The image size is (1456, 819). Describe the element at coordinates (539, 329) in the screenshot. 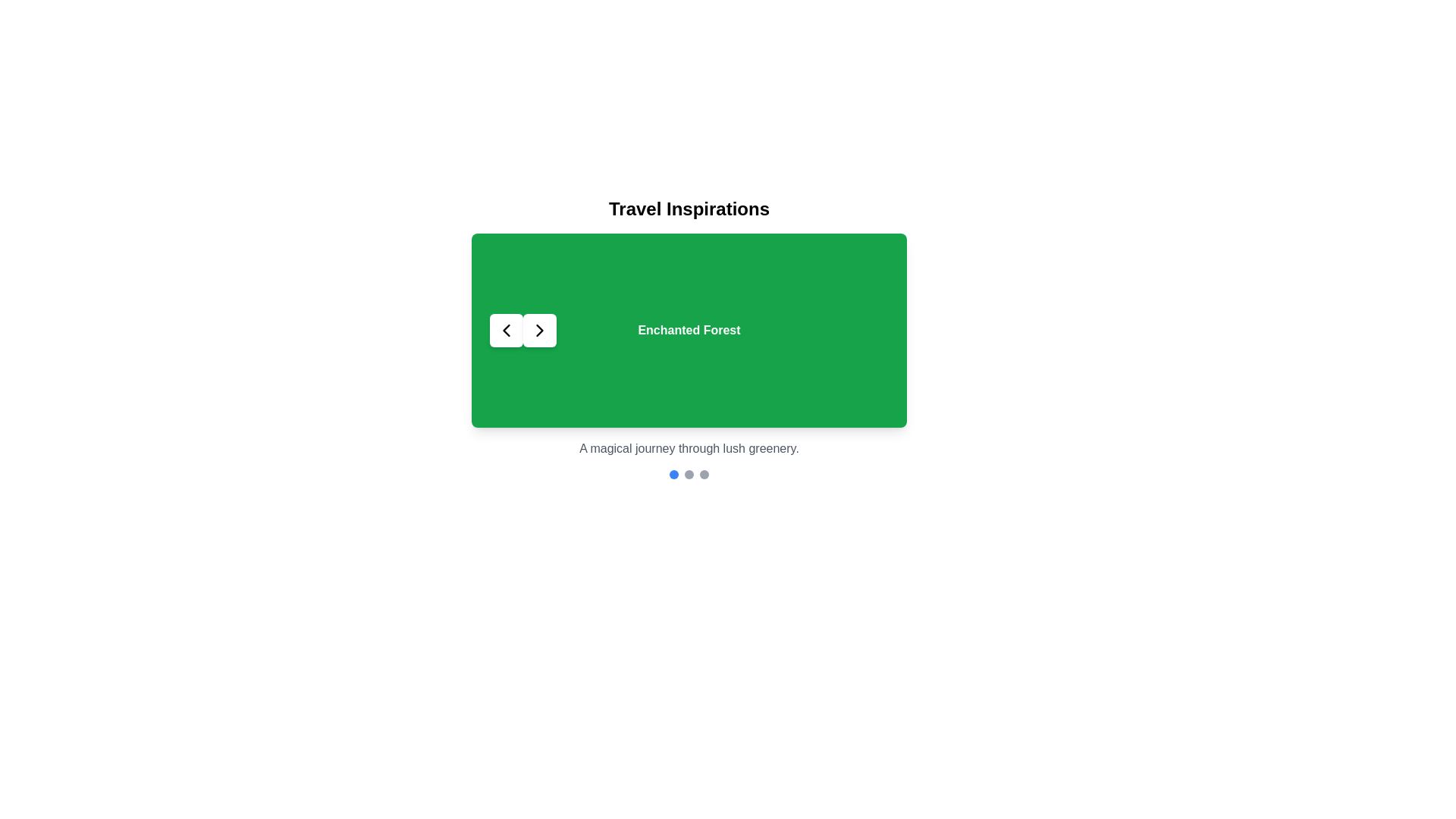

I see `the rightward-pointing chevron arrow outlined in black, located within the 'chevron right' navigation button at the lower left of the main green card section` at that location.